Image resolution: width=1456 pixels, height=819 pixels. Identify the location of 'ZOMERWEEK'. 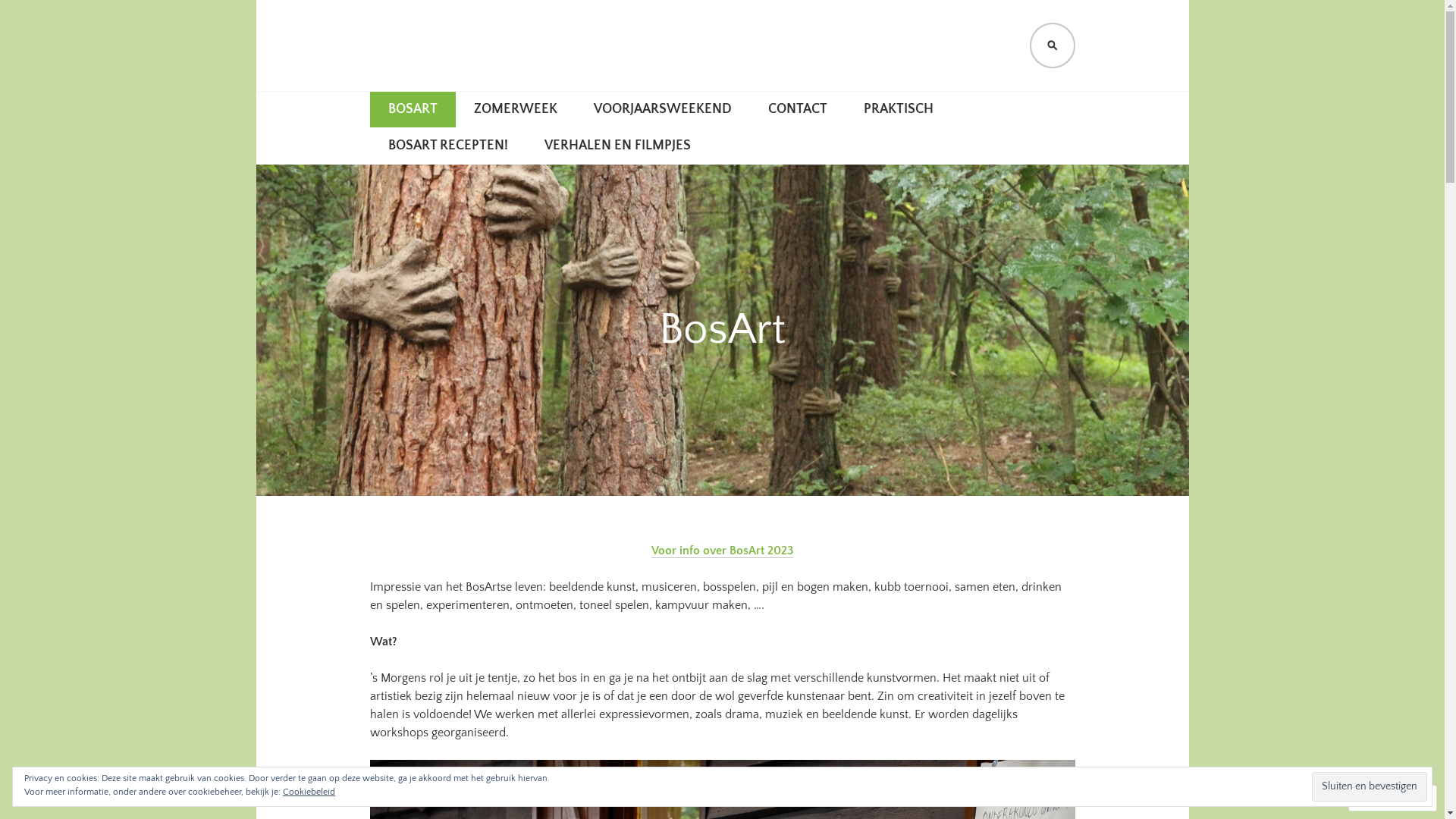
(514, 109).